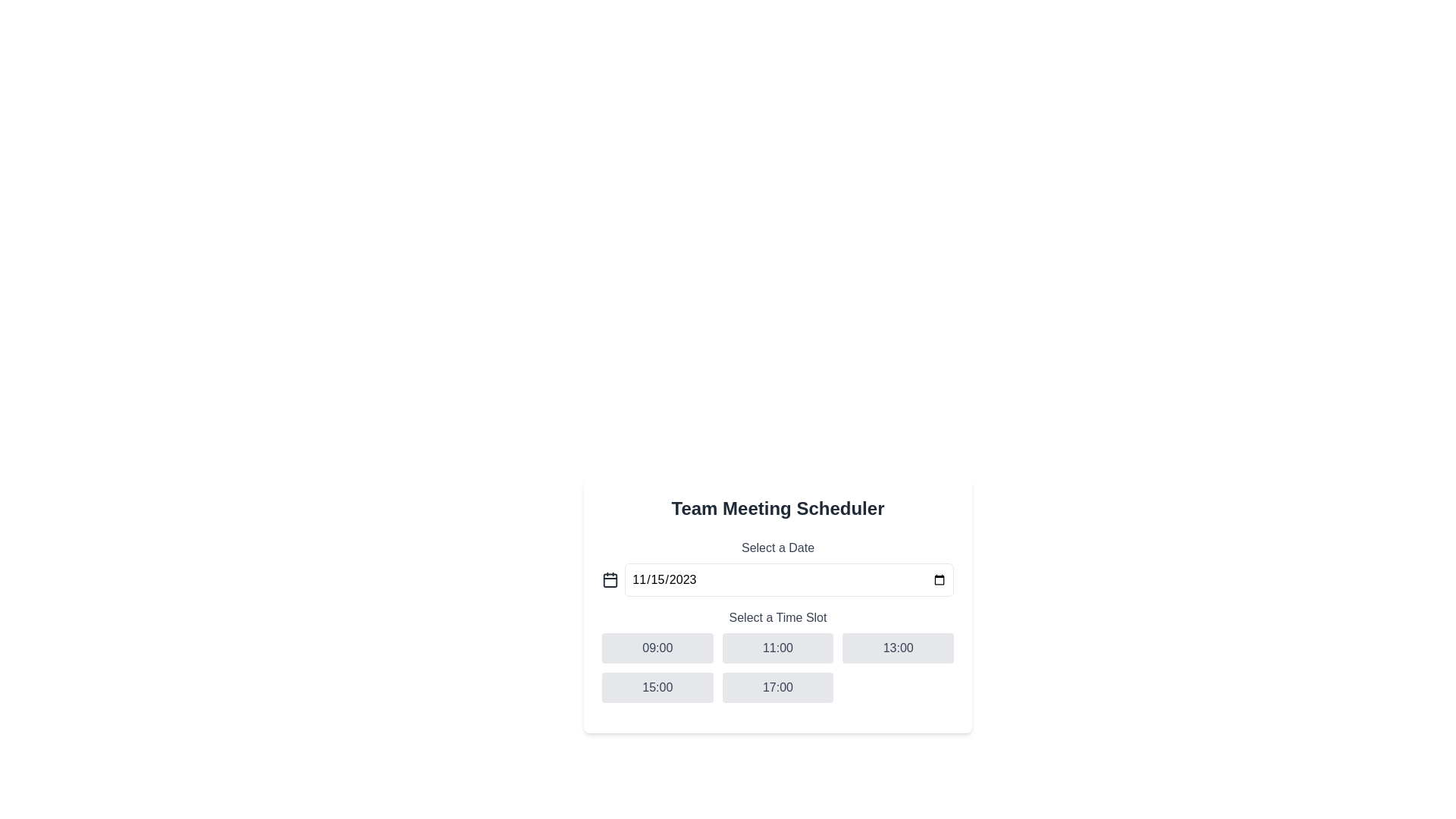 Image resolution: width=1456 pixels, height=819 pixels. What do you see at coordinates (778, 687) in the screenshot?
I see `the selectable time slot button for '17:00' in the time selection interface` at bounding box center [778, 687].